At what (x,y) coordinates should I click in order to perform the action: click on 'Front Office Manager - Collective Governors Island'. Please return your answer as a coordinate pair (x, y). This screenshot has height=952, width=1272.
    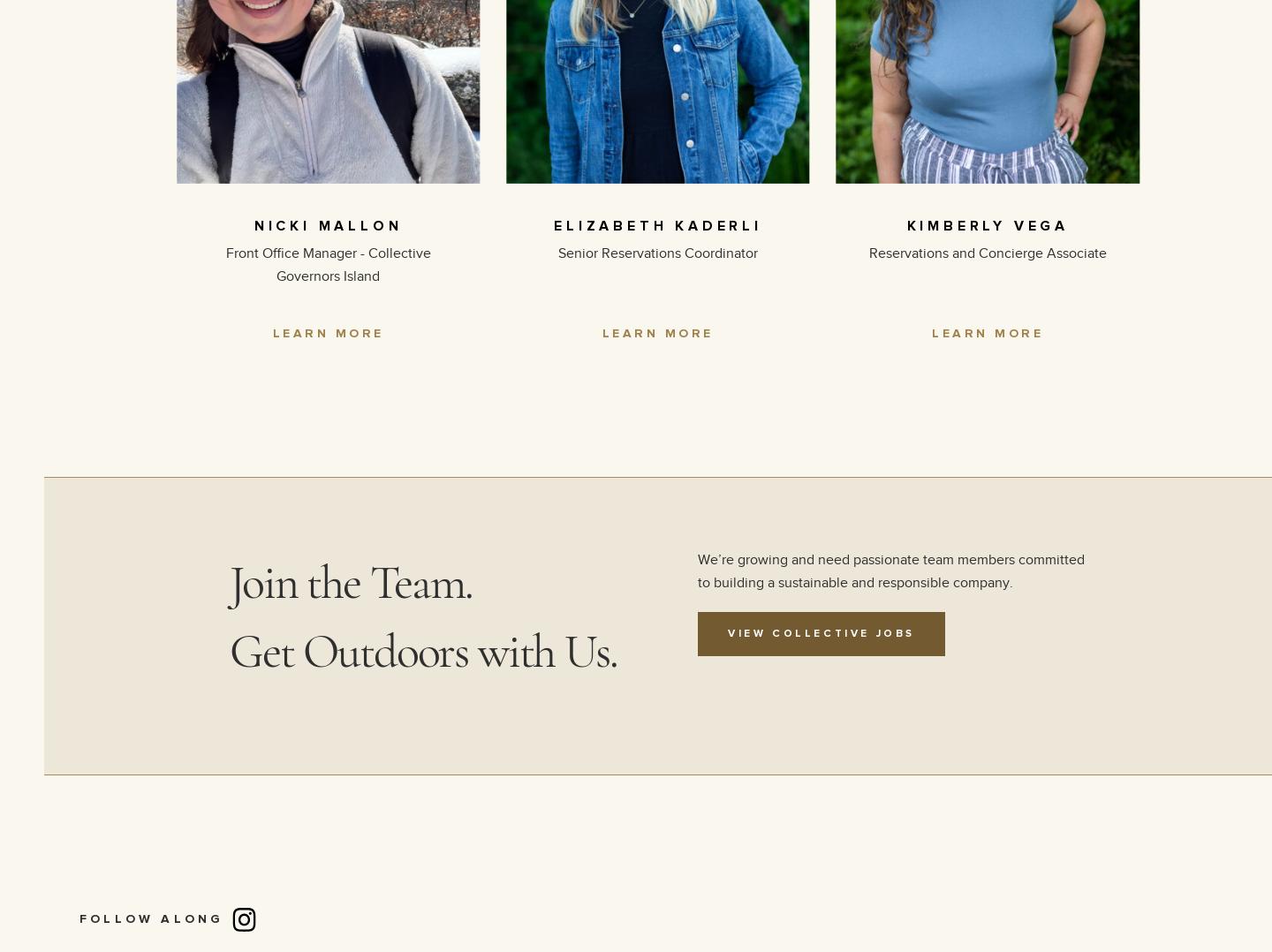
    Looking at the image, I should click on (326, 264).